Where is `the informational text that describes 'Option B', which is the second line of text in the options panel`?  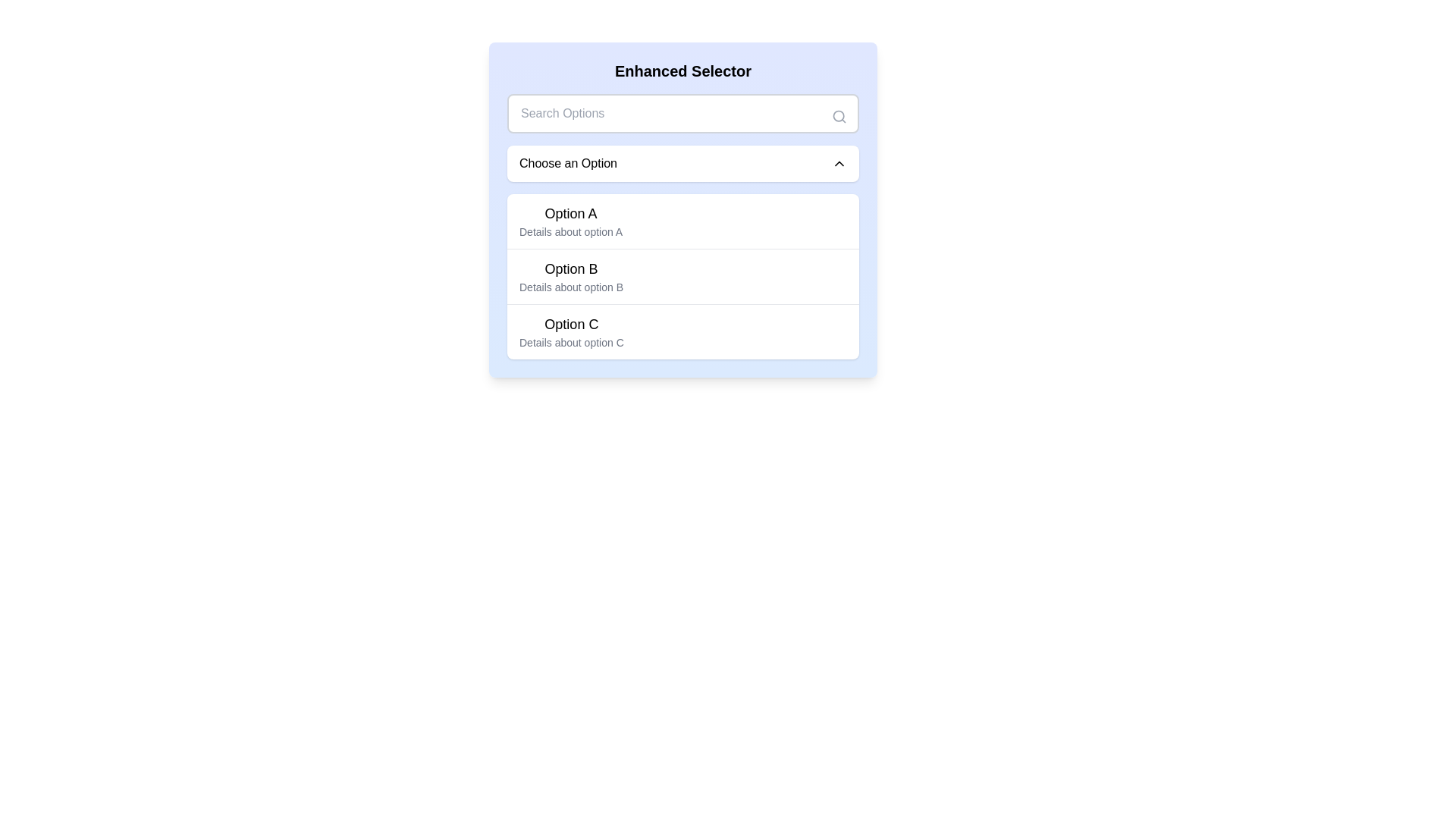 the informational text that describes 'Option B', which is the second line of text in the options panel is located at coordinates (570, 287).